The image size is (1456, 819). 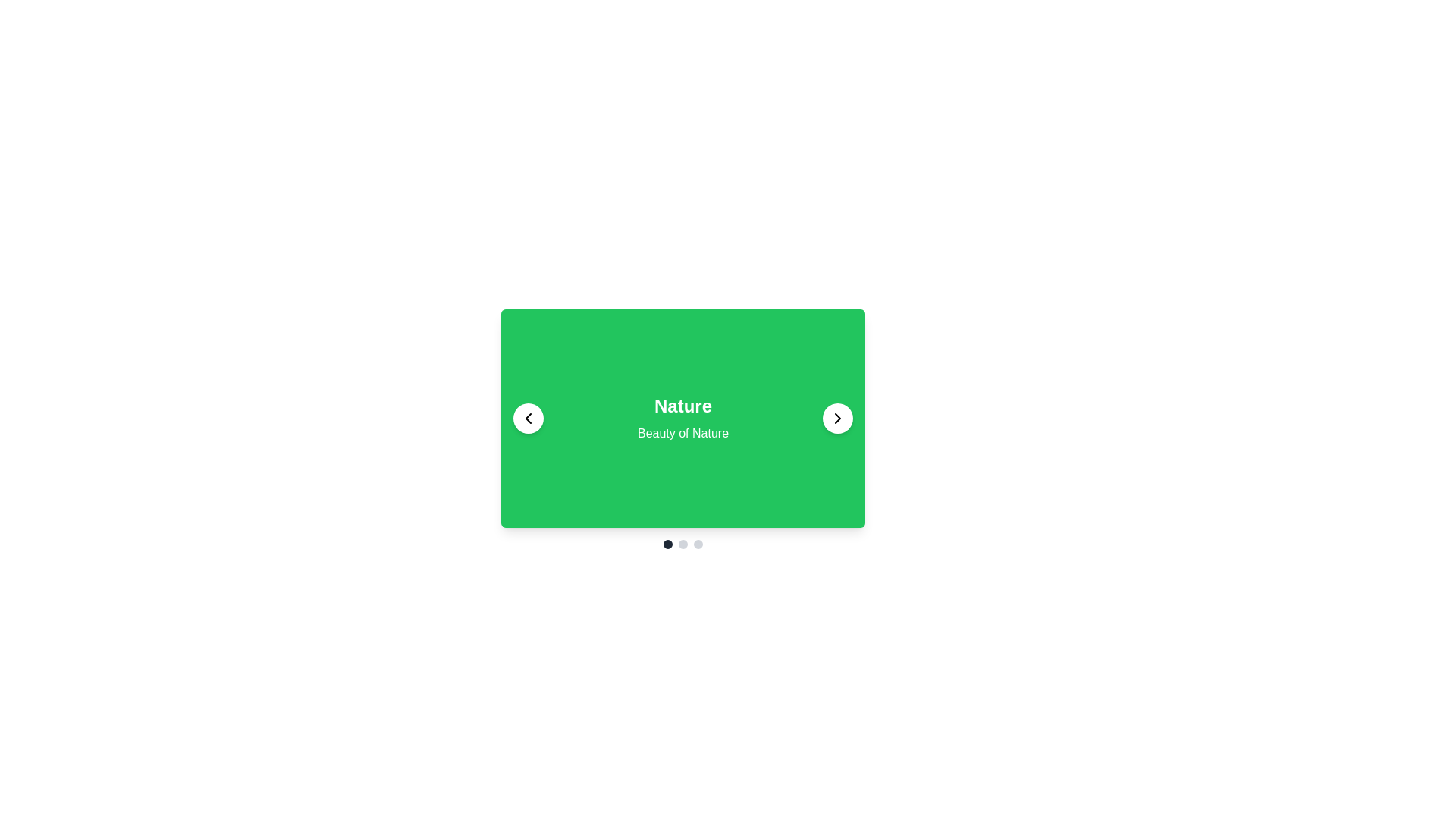 What do you see at coordinates (528, 418) in the screenshot?
I see `the left circular button located at the left edge of the green card` at bounding box center [528, 418].